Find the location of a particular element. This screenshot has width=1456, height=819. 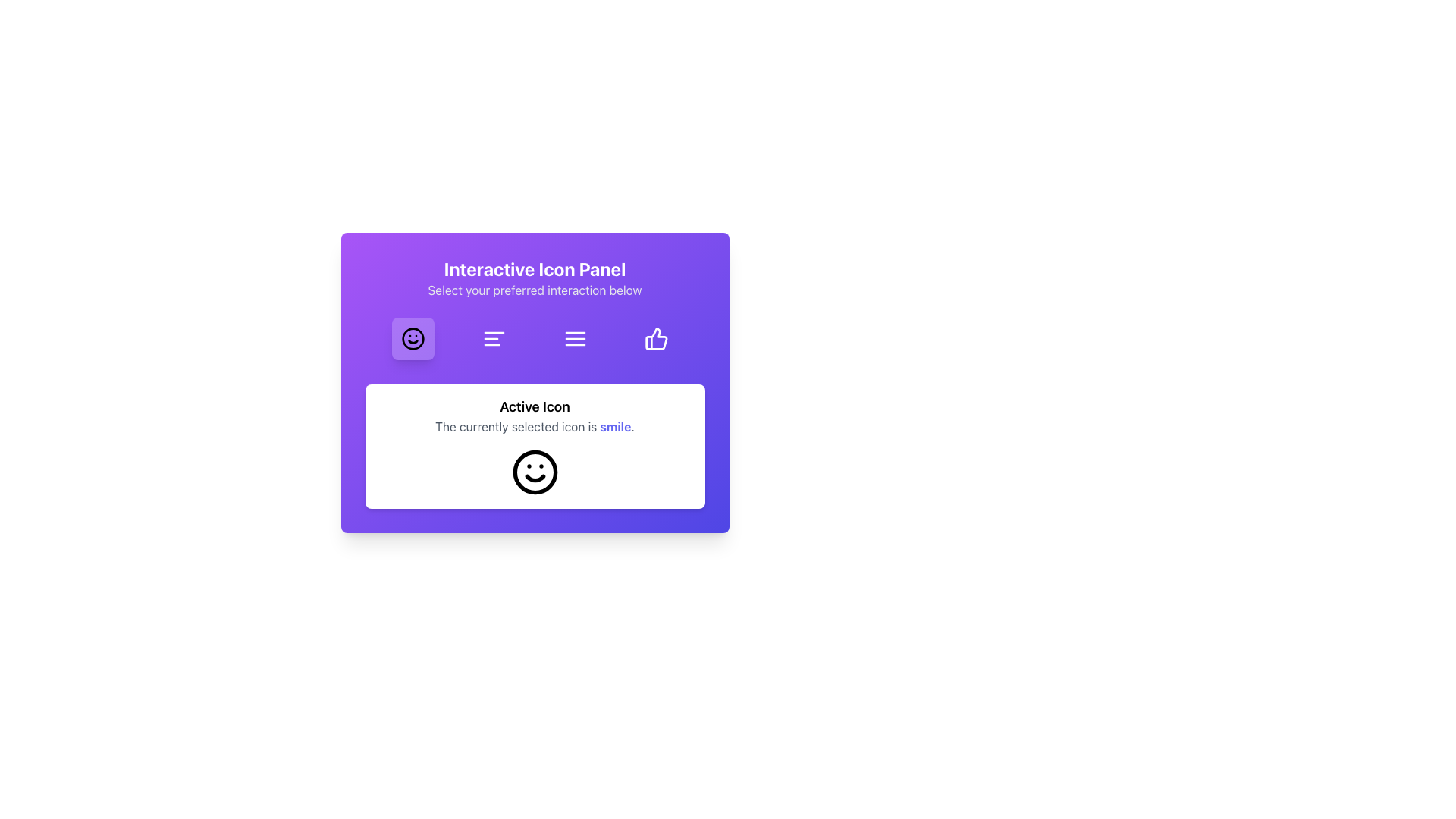

the 'menu' icon with a purple background and three horizontal lines, located in the middle section of the 'Interactive Icon Panel' is located at coordinates (574, 338).